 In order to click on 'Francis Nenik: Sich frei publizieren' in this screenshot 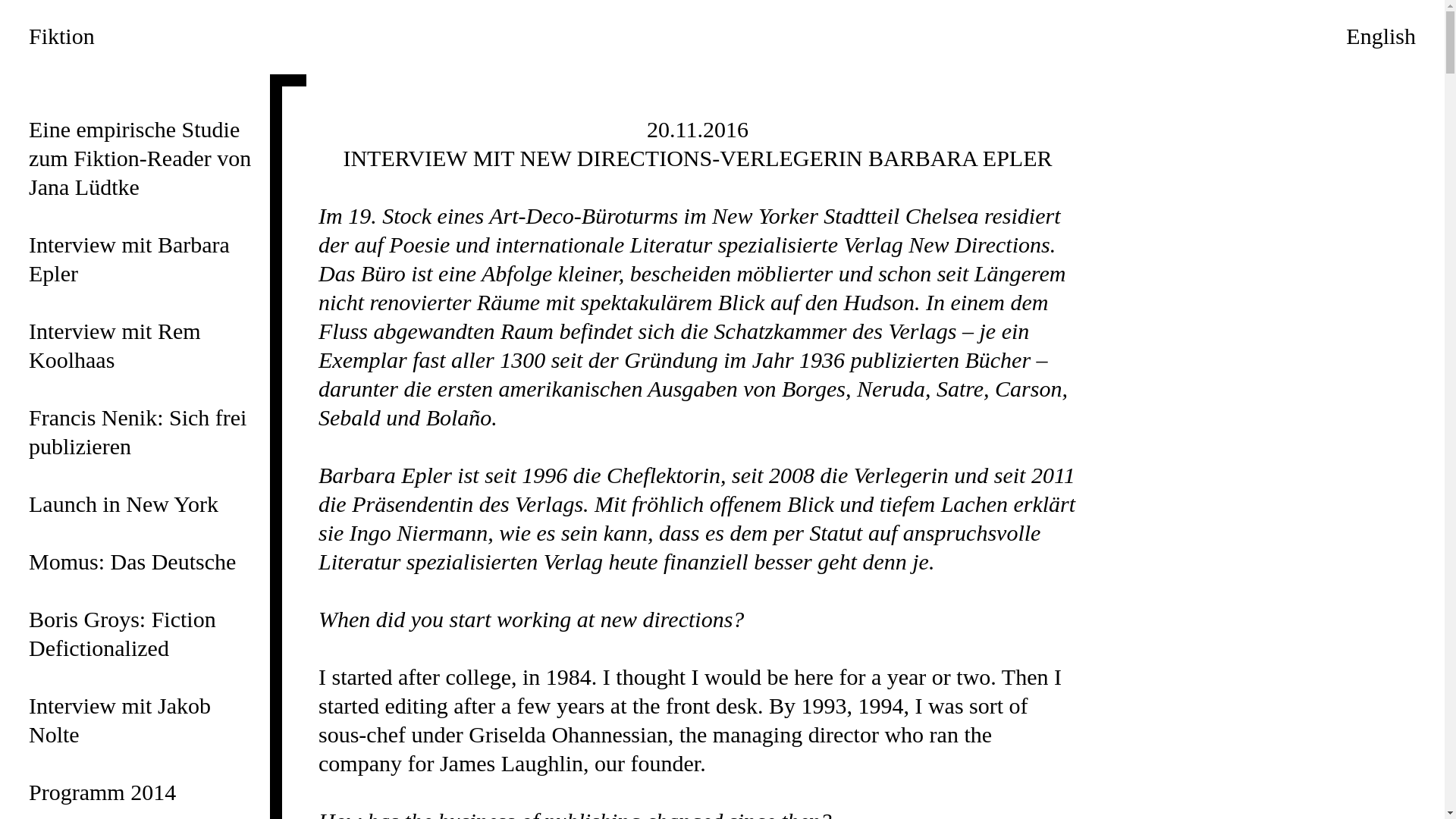, I will do `click(137, 431)`.